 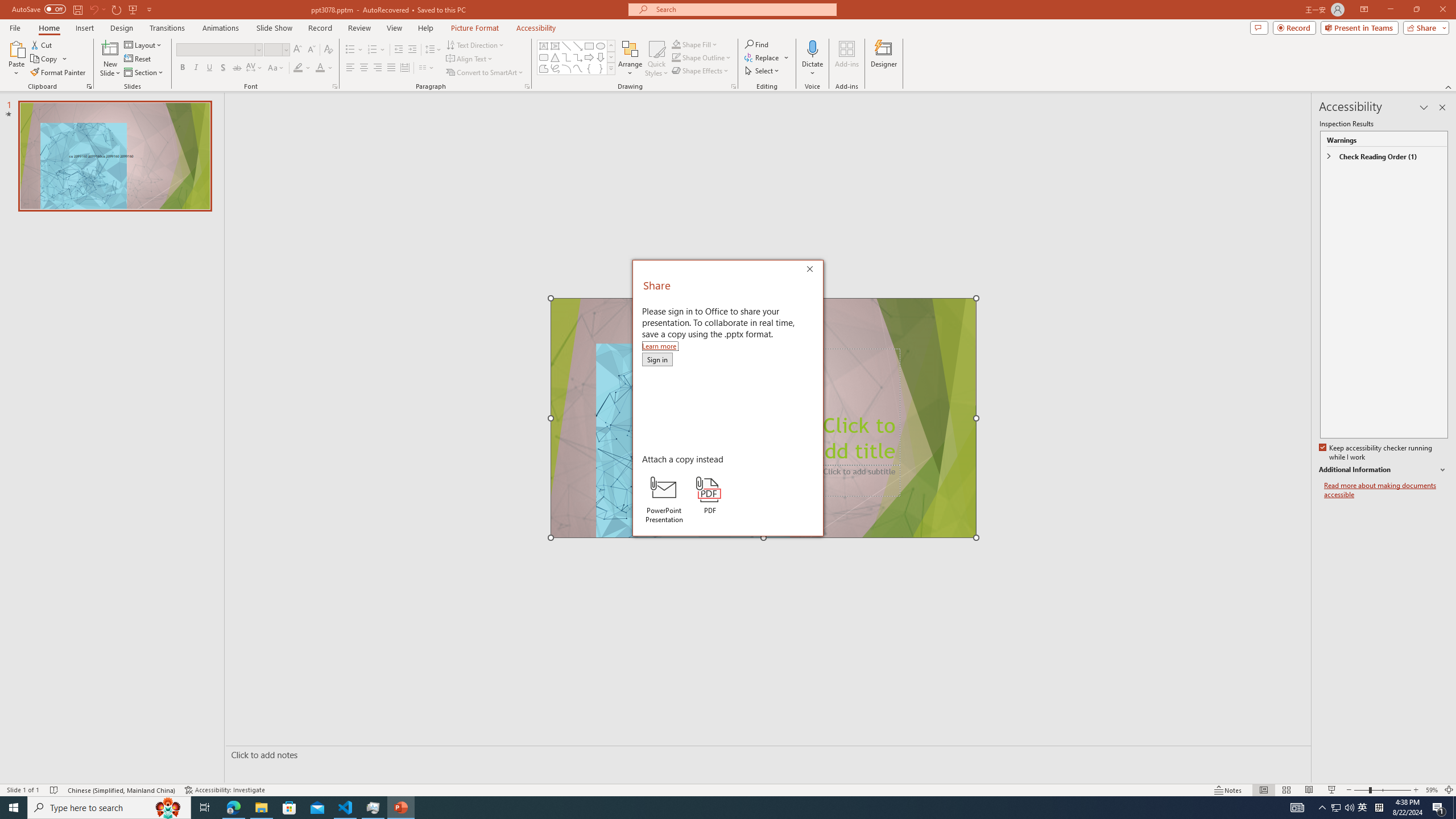 I want to click on 'Task Manager - 1 running window', so click(x=373, y=806).